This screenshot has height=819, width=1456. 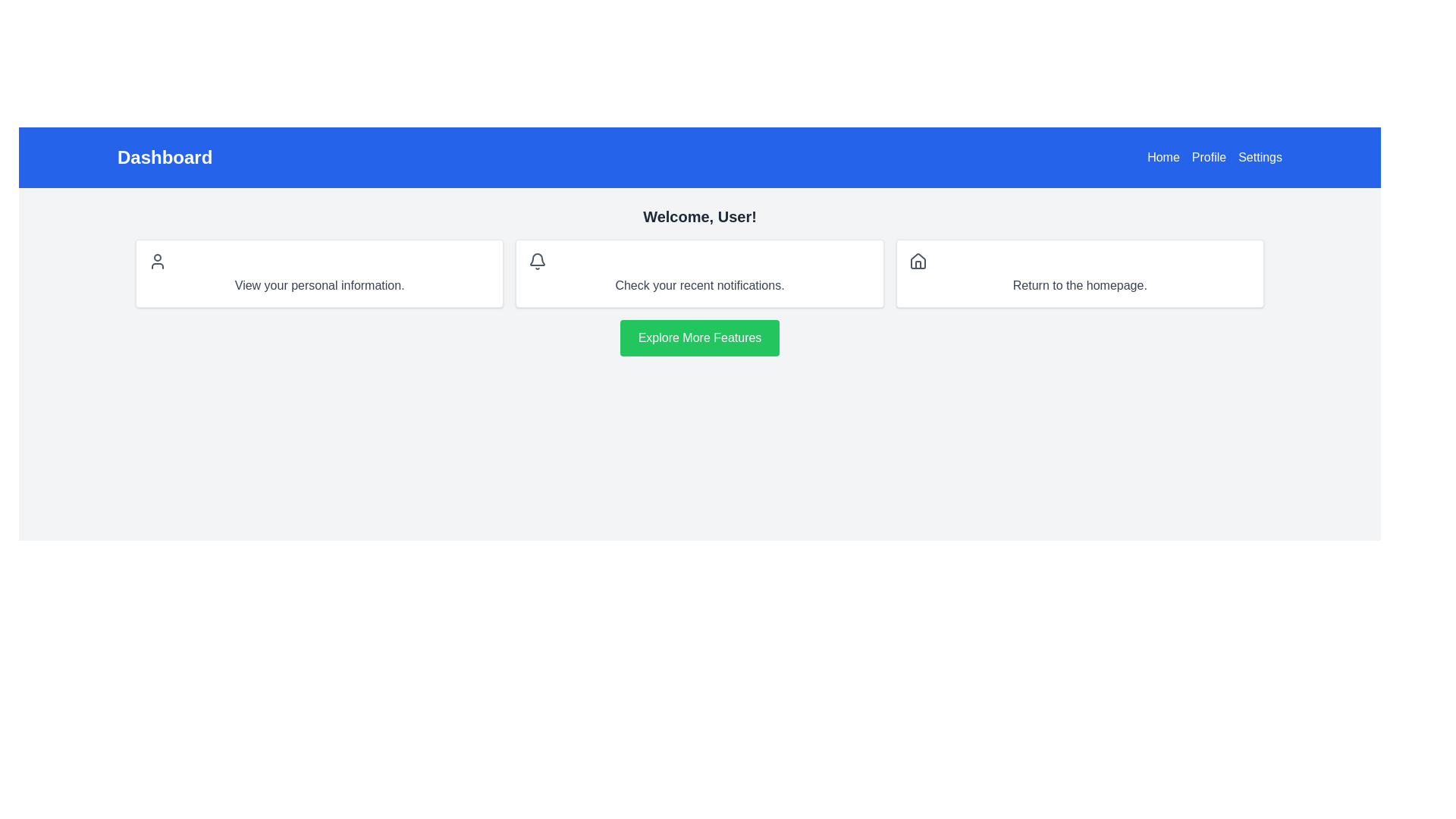 What do you see at coordinates (917, 260) in the screenshot?
I see `the navigation icon in the rightmost card, located above the text 'Return to the homepage'` at bounding box center [917, 260].